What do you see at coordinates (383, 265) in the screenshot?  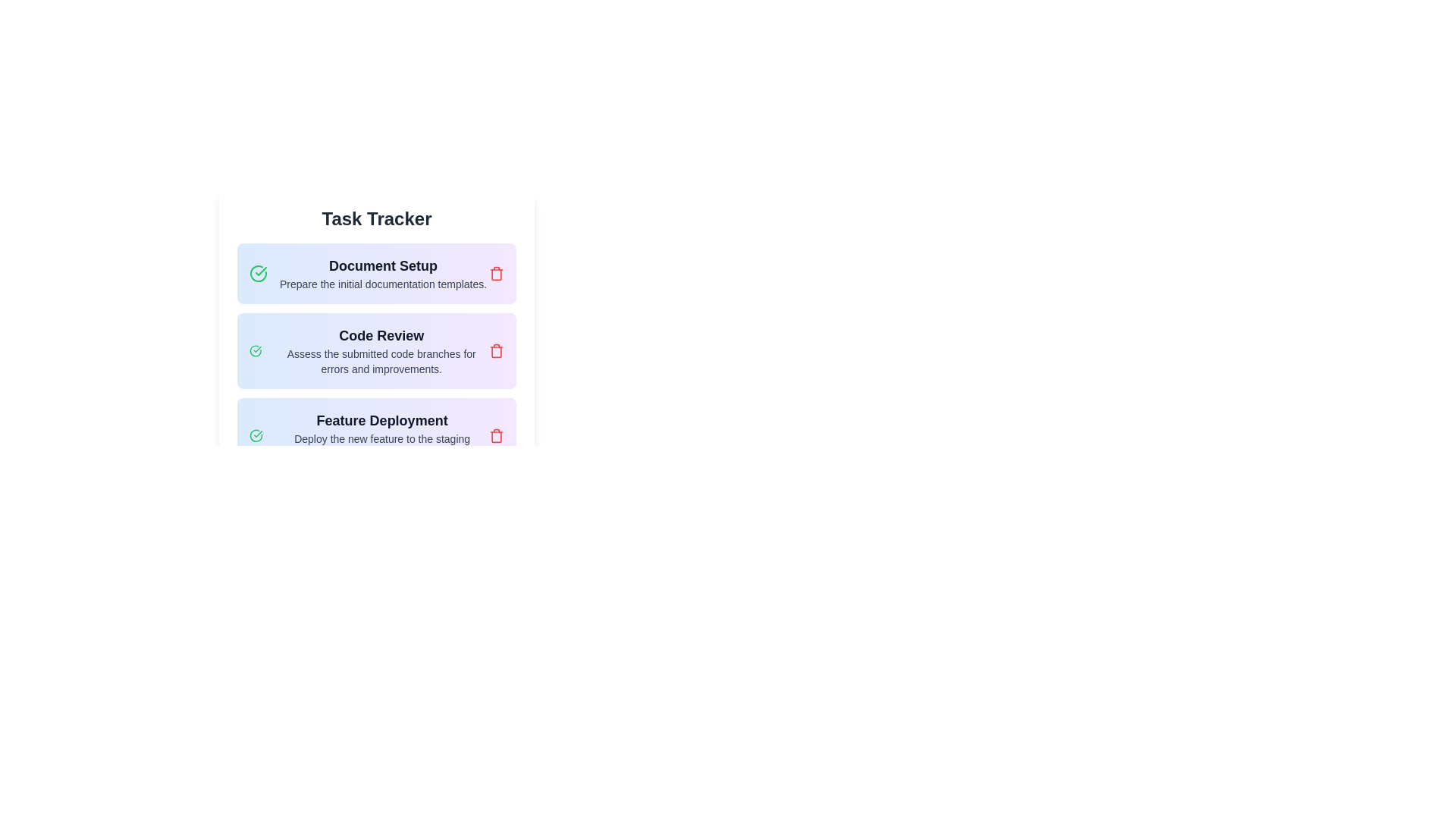 I see `text label 'Document Setup' which is the first item in the vertical task list, rendered in bold and large font within a light purple rectangular area` at bounding box center [383, 265].